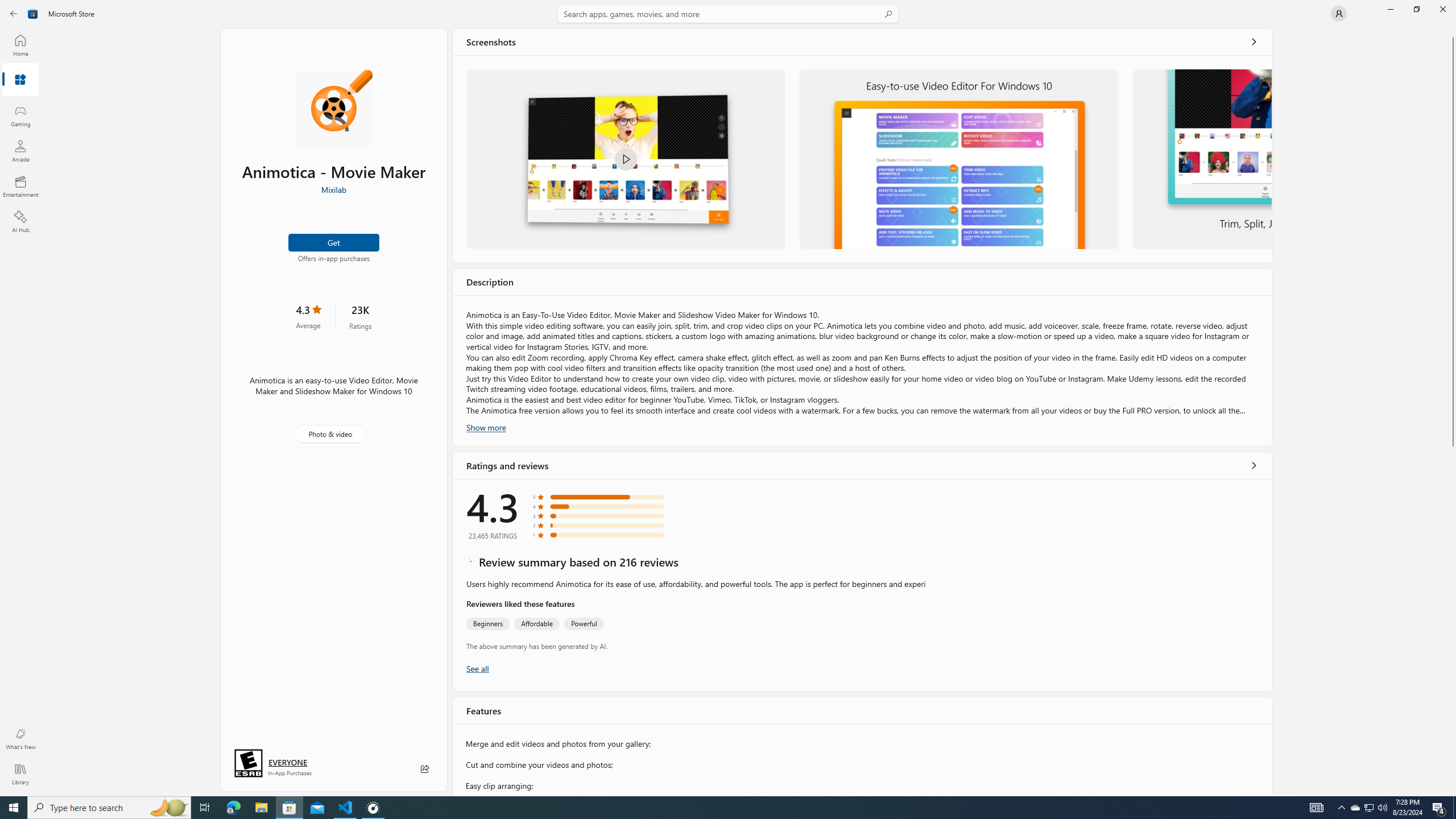 Image resolution: width=1456 pixels, height=819 pixels. Describe the element at coordinates (1389, 9) in the screenshot. I see `'Minimize Microsoft Store'` at that location.